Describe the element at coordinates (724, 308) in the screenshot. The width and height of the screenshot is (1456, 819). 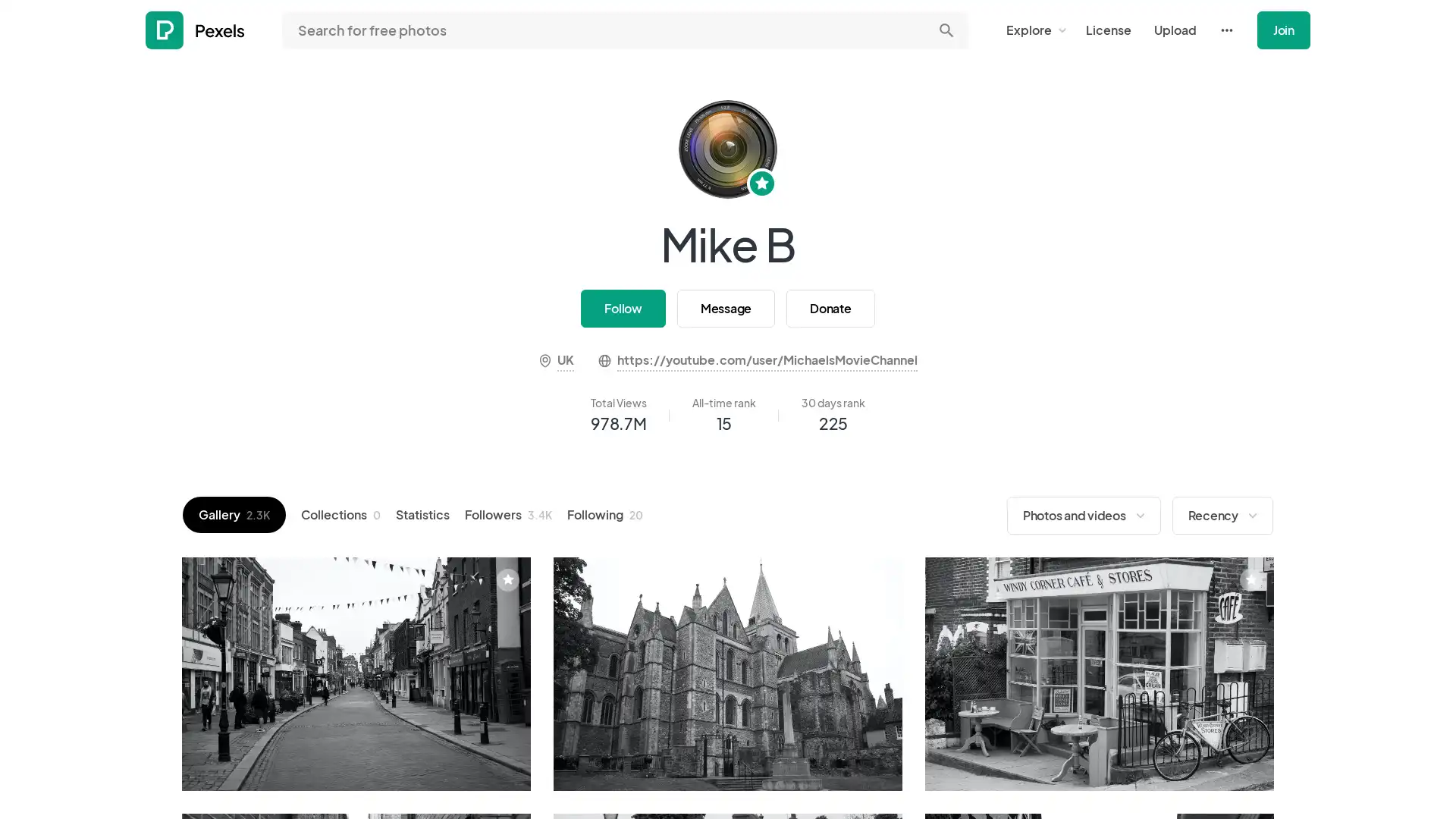
I see `Message` at that location.